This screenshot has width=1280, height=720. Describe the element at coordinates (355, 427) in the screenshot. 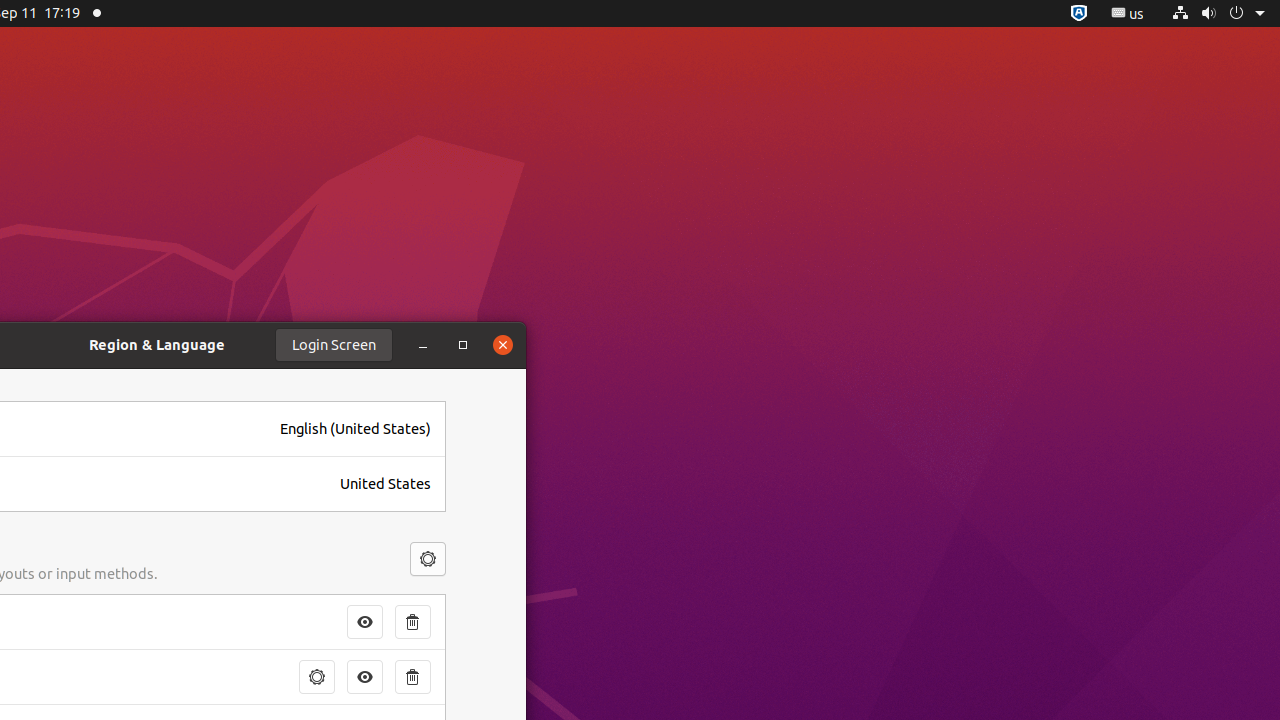

I see `'English (United States)'` at that location.